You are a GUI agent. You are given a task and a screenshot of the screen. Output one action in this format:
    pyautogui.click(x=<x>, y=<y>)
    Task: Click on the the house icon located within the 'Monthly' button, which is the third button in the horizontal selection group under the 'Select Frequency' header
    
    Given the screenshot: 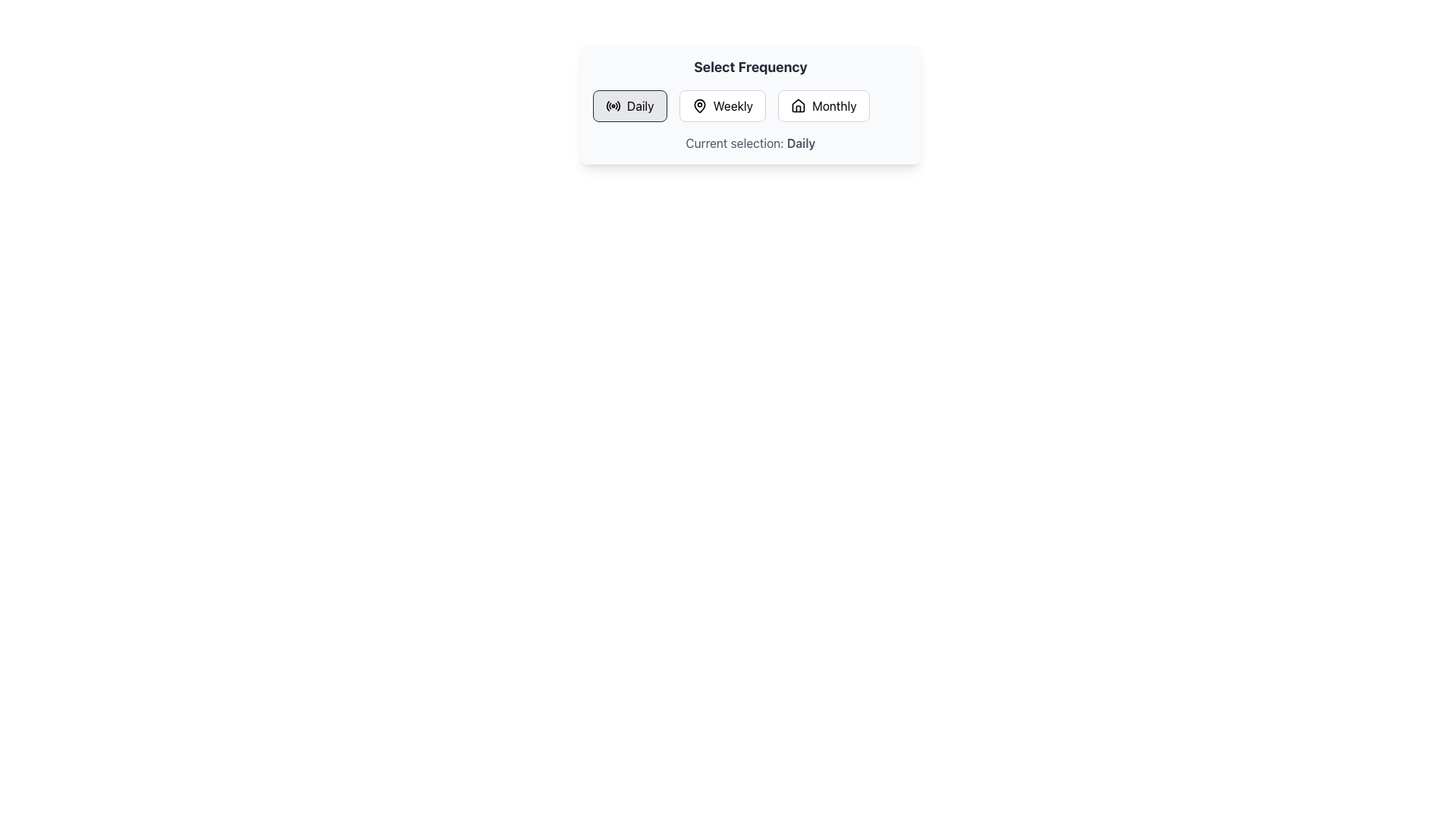 What is the action you would take?
    pyautogui.click(x=798, y=105)
    